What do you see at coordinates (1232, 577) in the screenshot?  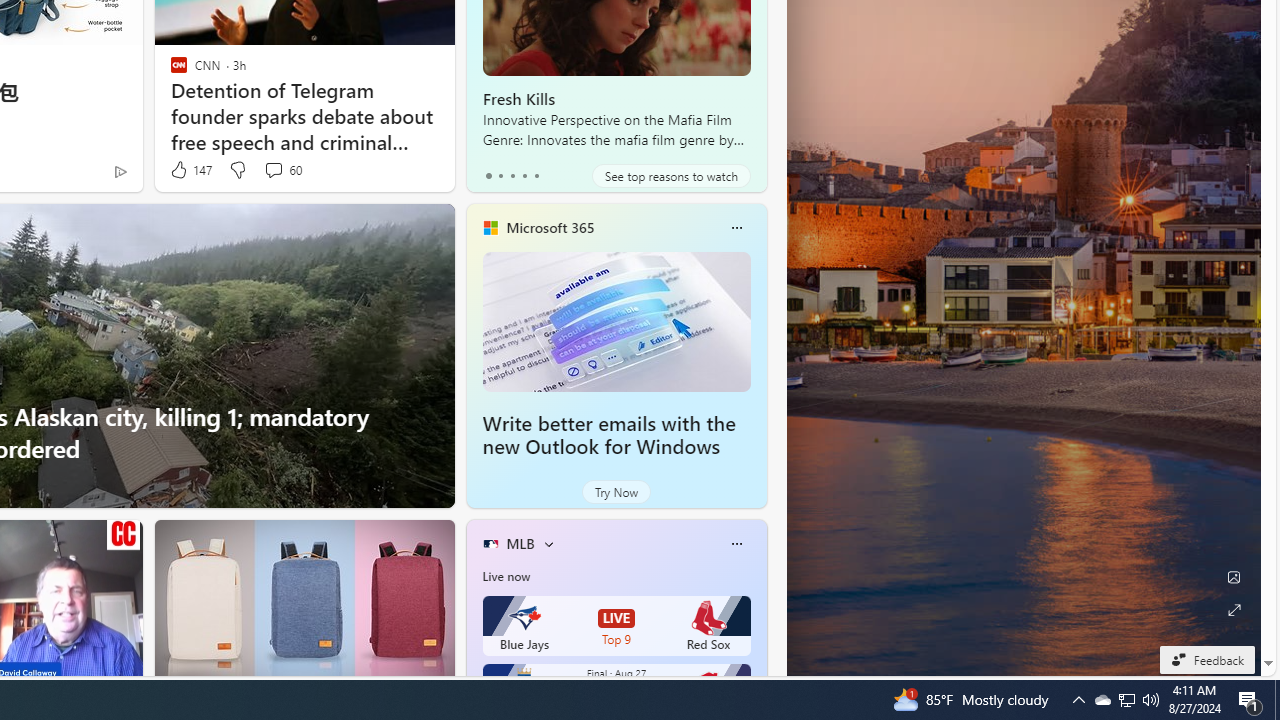 I see `'Edit Background'` at bounding box center [1232, 577].